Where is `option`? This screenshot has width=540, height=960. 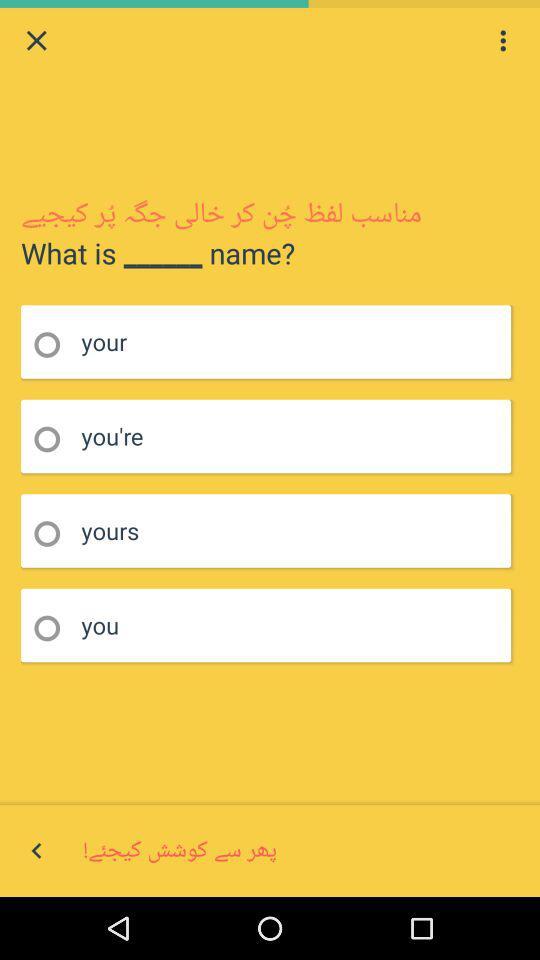
option is located at coordinates (53, 439).